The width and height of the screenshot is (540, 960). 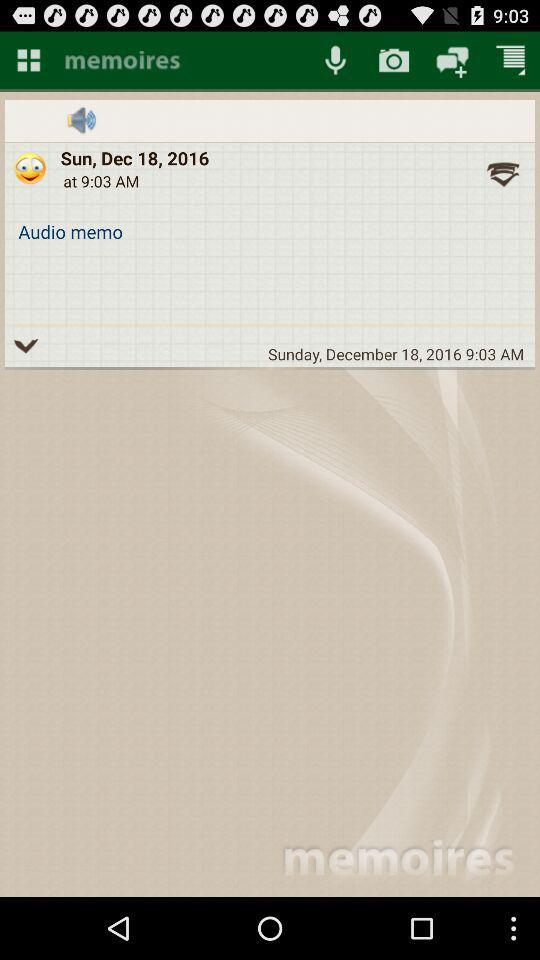 What do you see at coordinates (335, 64) in the screenshot?
I see `the microphone icon` at bounding box center [335, 64].